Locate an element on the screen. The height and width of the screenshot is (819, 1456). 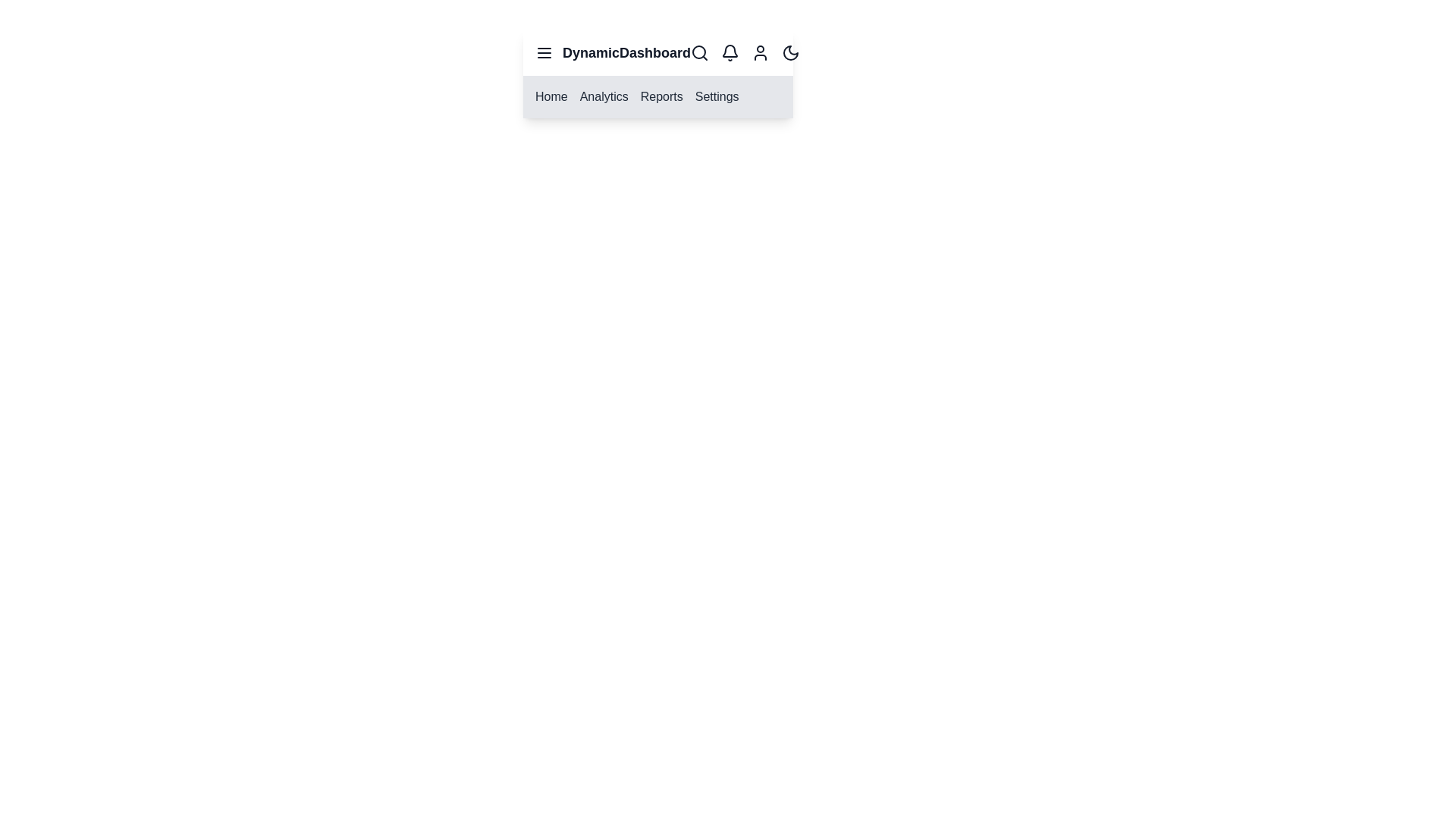
the theme toggle button to switch between light and dark modes is located at coordinates (789, 52).